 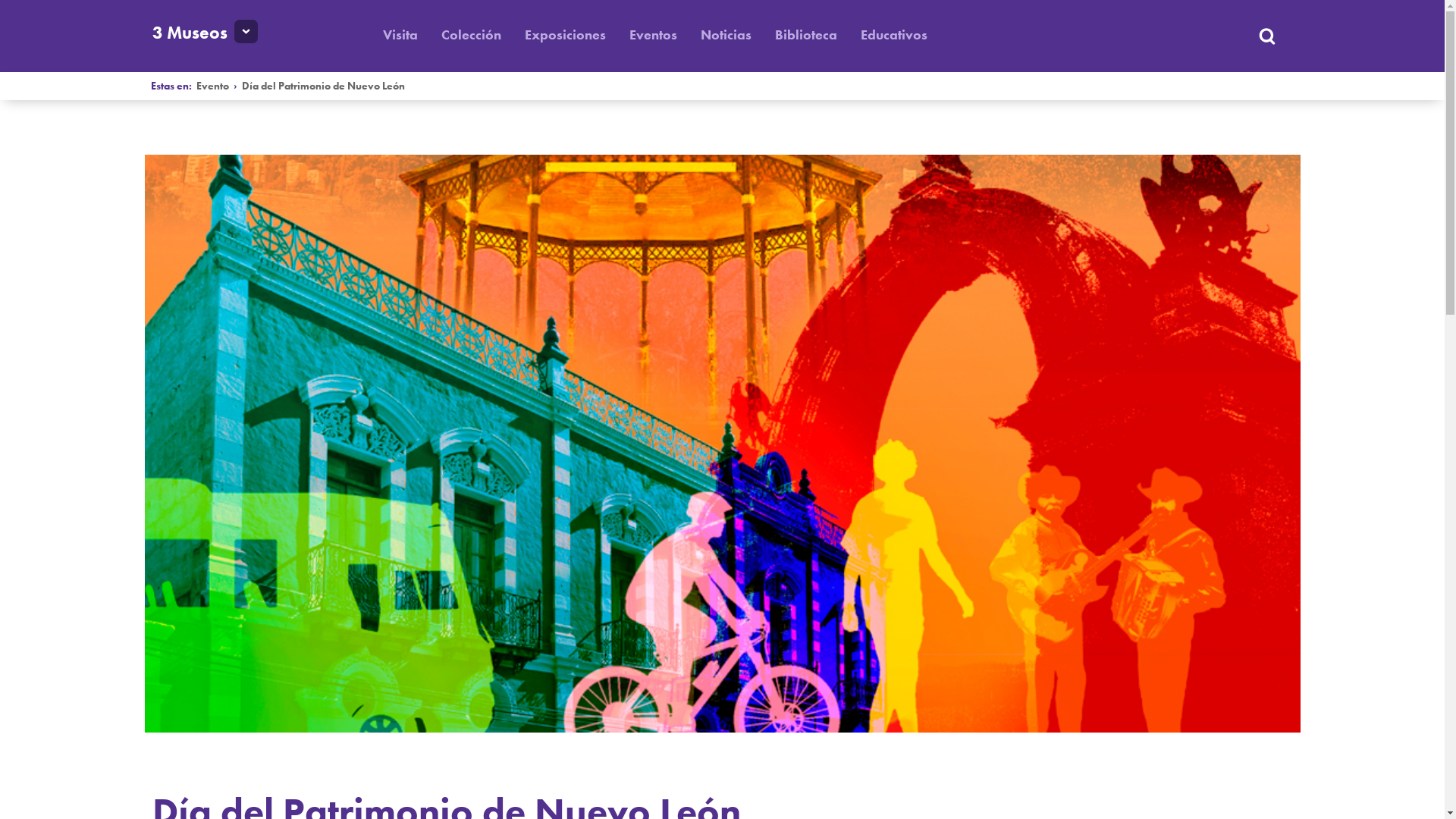 What do you see at coordinates (653, 34) in the screenshot?
I see `'Eventos'` at bounding box center [653, 34].